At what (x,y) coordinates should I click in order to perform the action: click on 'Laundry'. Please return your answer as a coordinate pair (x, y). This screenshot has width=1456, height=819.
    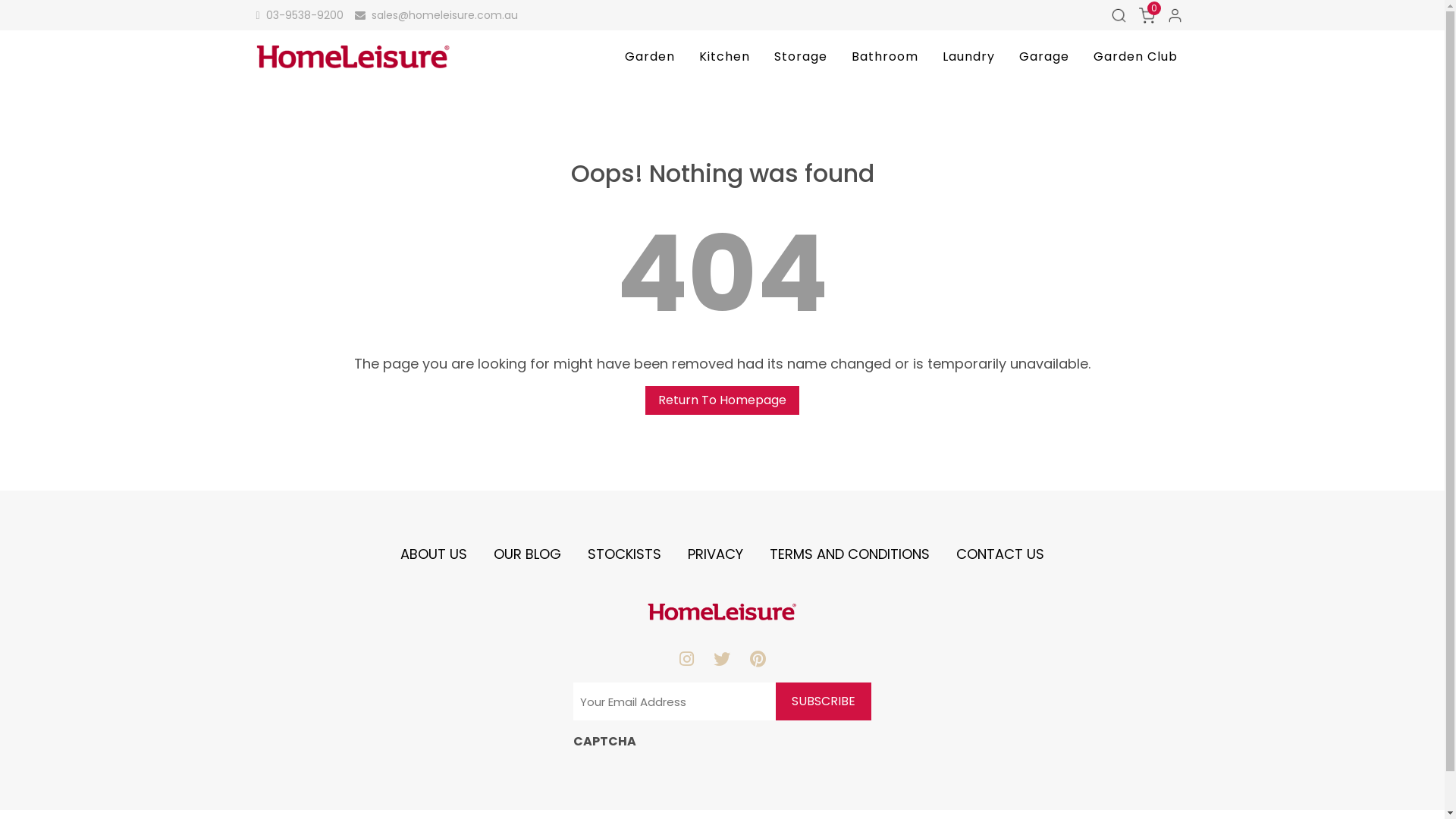
    Looking at the image, I should click on (968, 55).